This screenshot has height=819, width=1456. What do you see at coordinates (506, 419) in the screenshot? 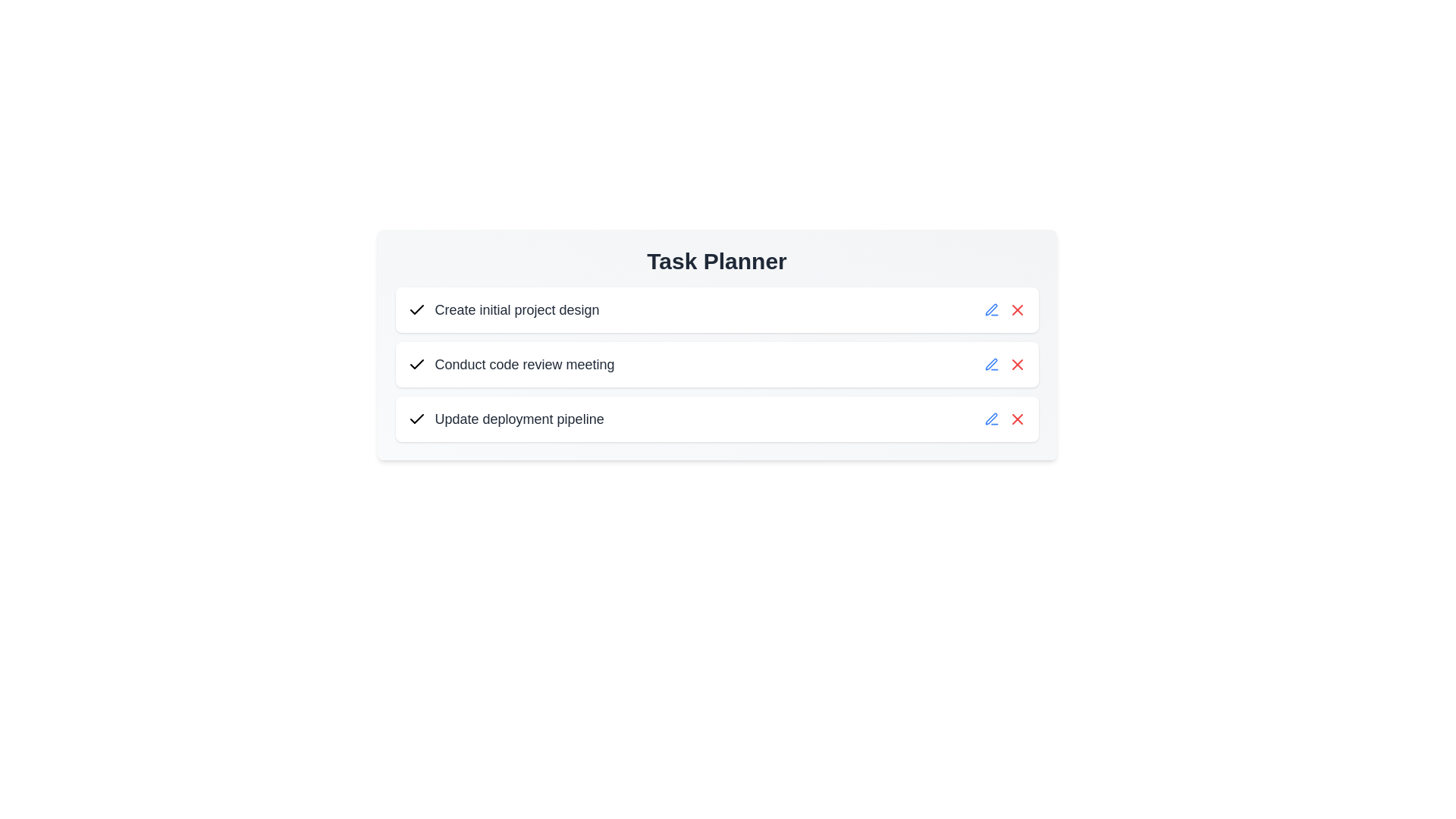
I see `the text label displaying 'Update deployment pipeline', which is the third task in the list, positioned below 'Conduct code review meeting' and above the action icons` at bounding box center [506, 419].